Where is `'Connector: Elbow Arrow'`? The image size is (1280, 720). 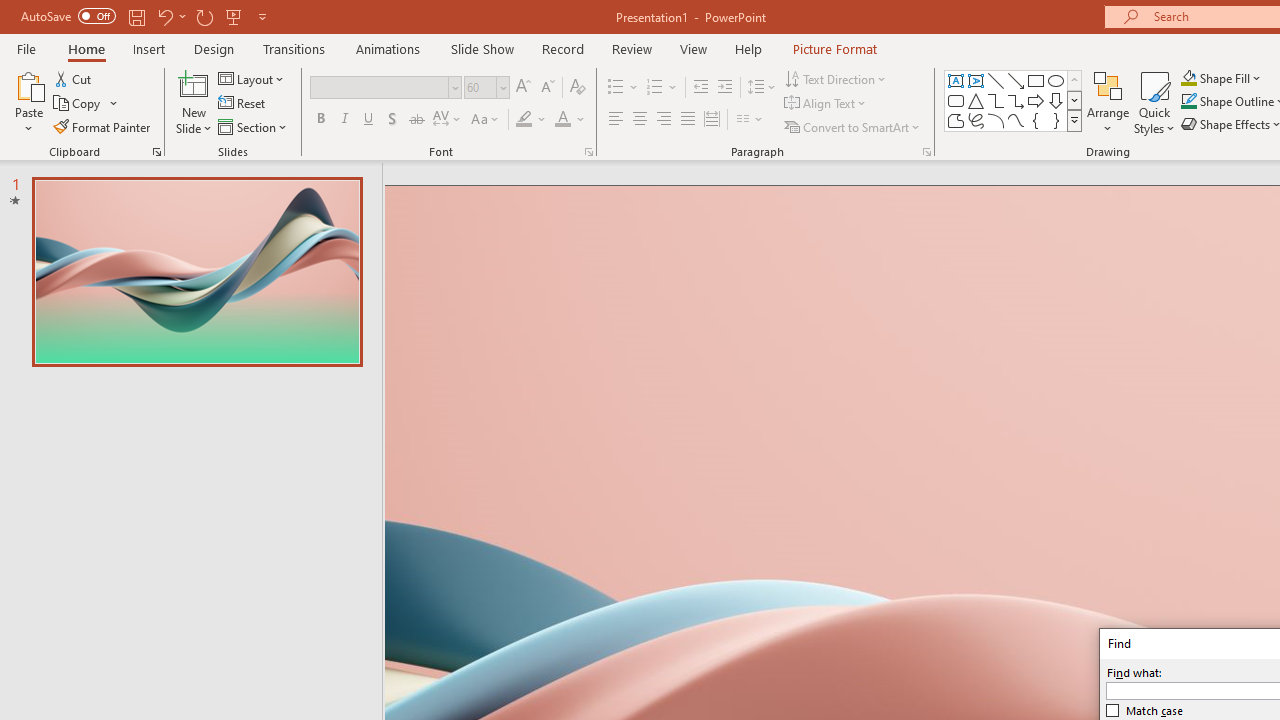
'Connector: Elbow Arrow' is located at coordinates (1016, 100).